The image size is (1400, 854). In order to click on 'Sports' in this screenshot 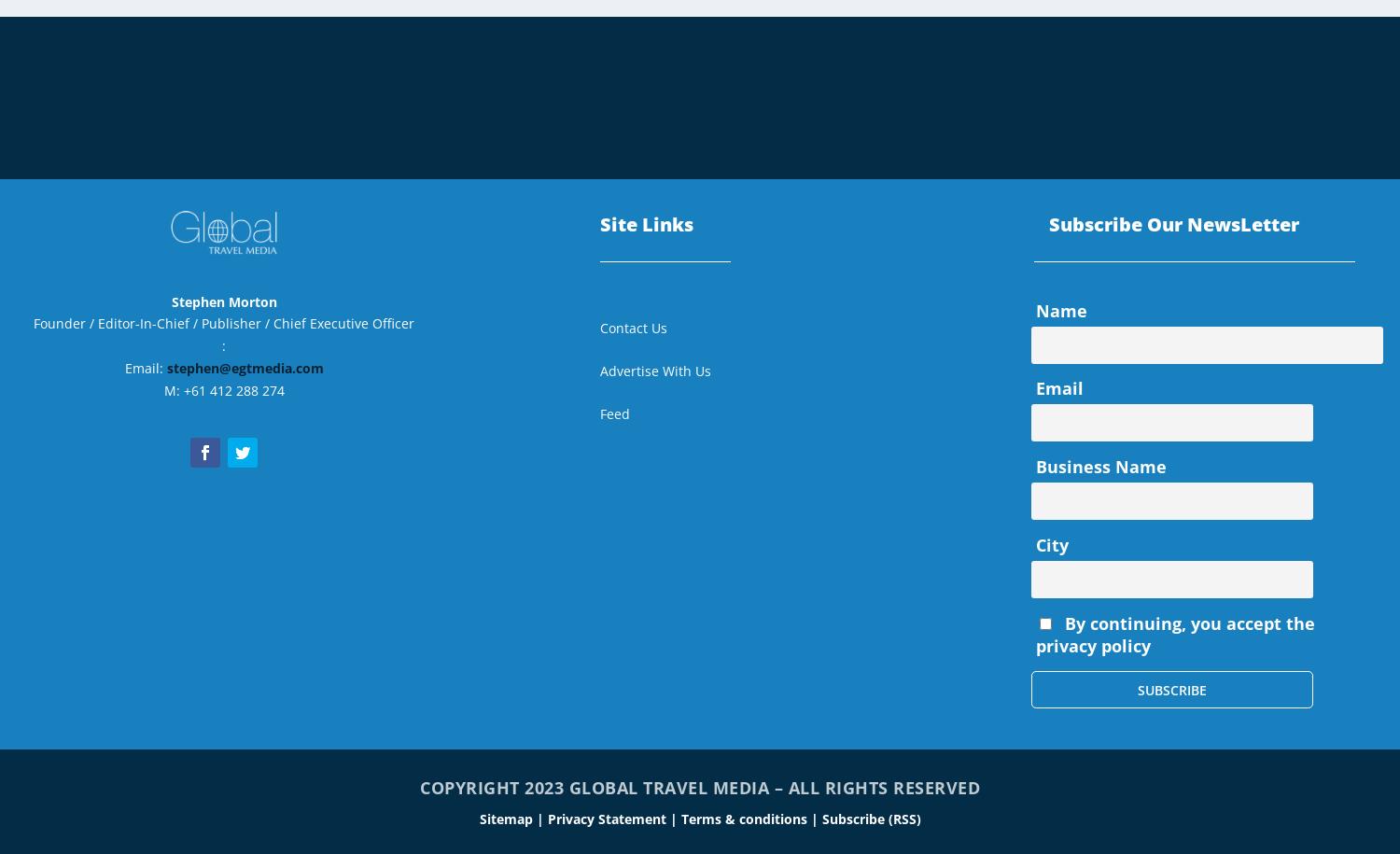, I will do `click(1036, 63)`.